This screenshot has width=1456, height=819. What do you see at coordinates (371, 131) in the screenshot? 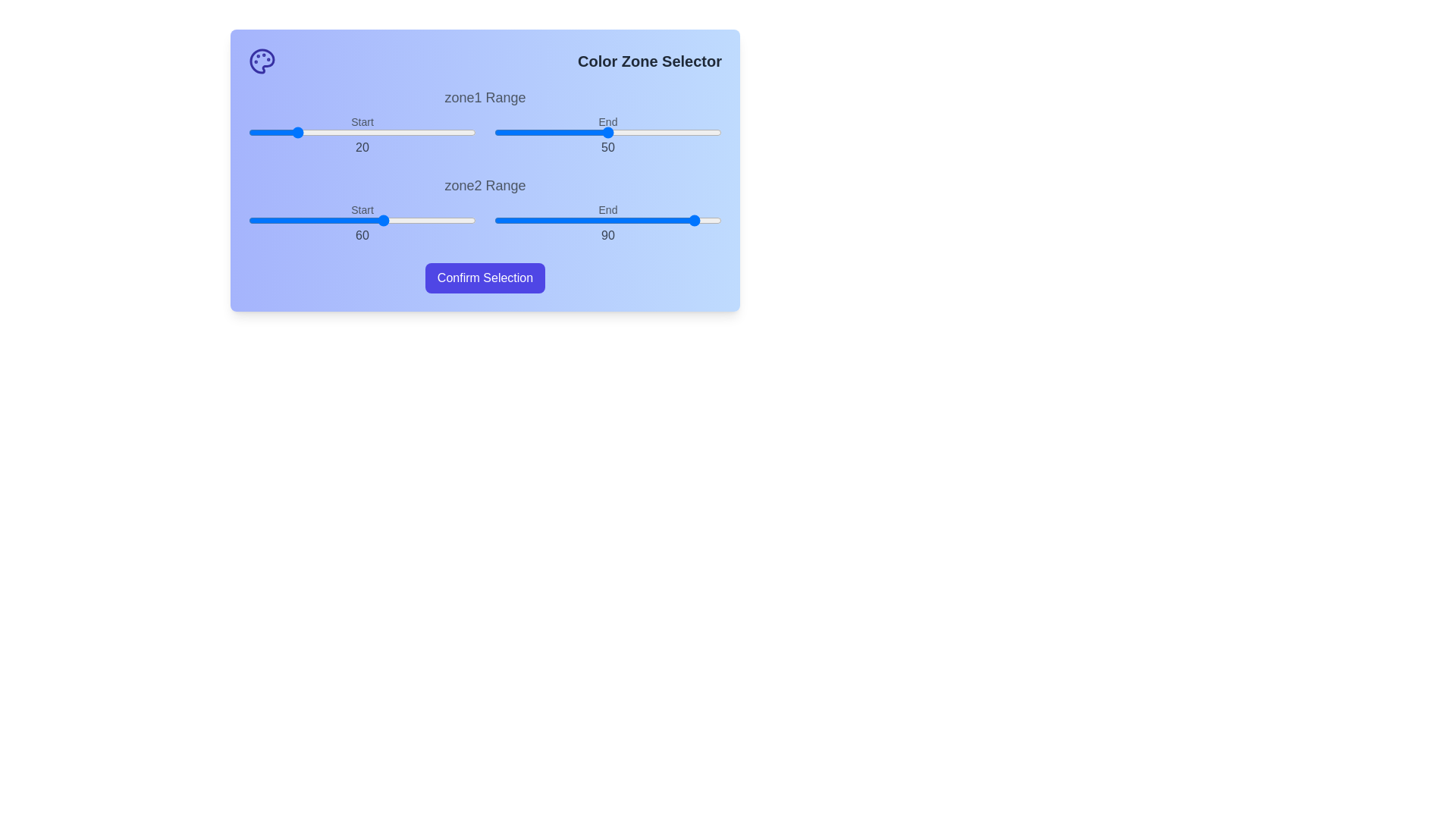
I see `the start range slider for zone1 to 54` at bounding box center [371, 131].